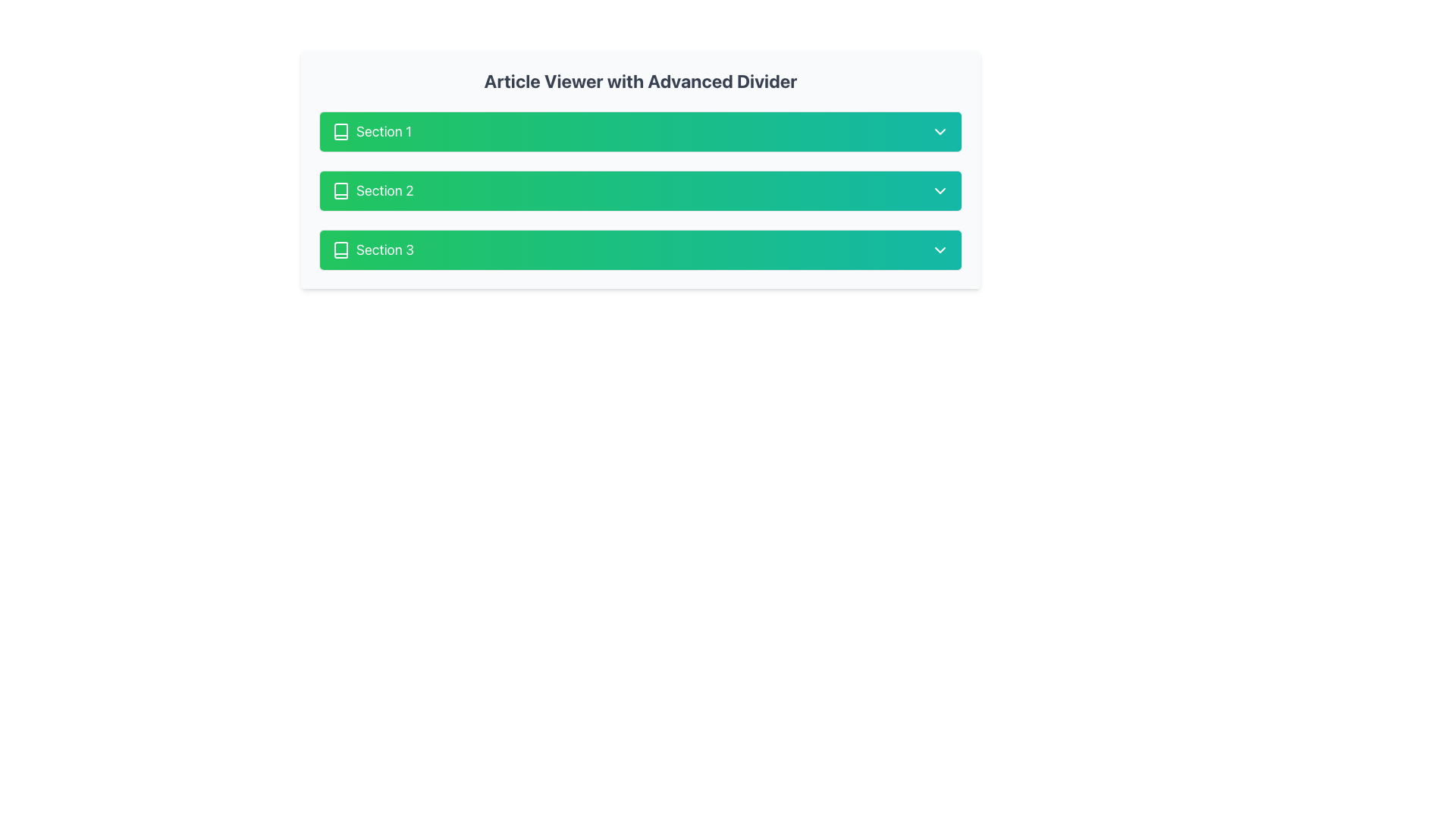 This screenshot has width=1456, height=819. Describe the element at coordinates (640, 130) in the screenshot. I see `the green gradient bar labeled 'Section 1'` at that location.